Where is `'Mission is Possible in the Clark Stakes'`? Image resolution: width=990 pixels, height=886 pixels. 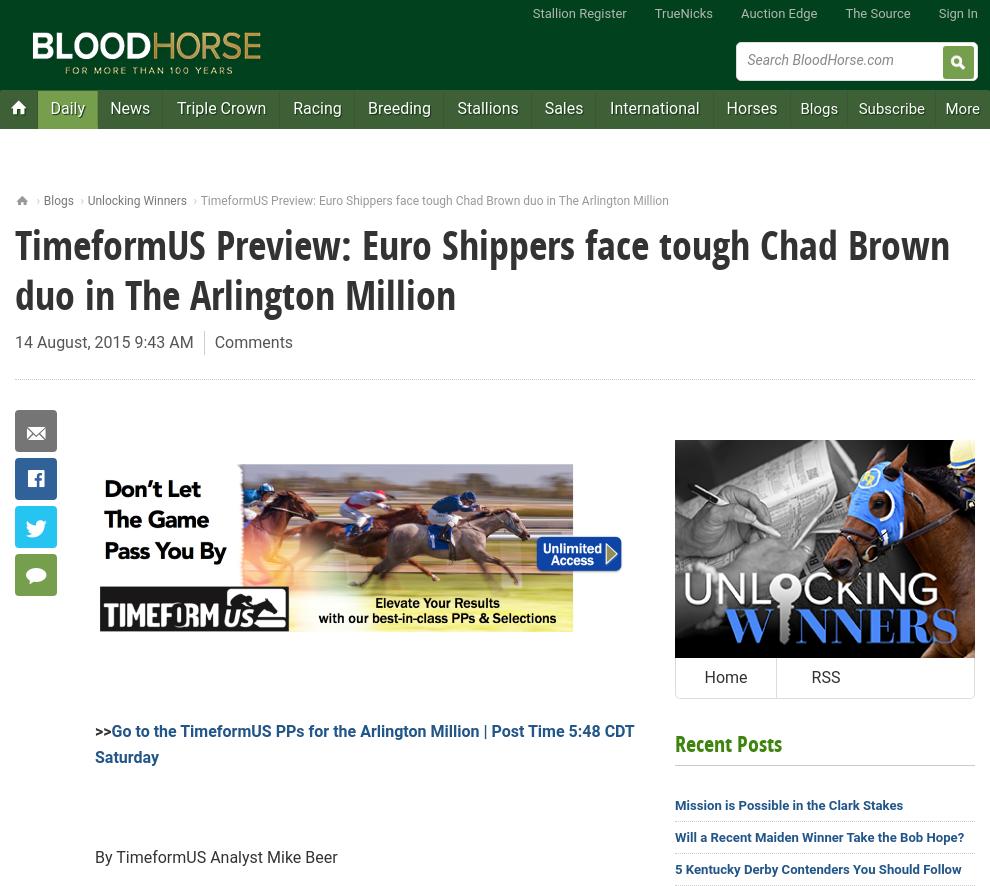
'Mission is Possible in the Clark Stakes' is located at coordinates (789, 805).